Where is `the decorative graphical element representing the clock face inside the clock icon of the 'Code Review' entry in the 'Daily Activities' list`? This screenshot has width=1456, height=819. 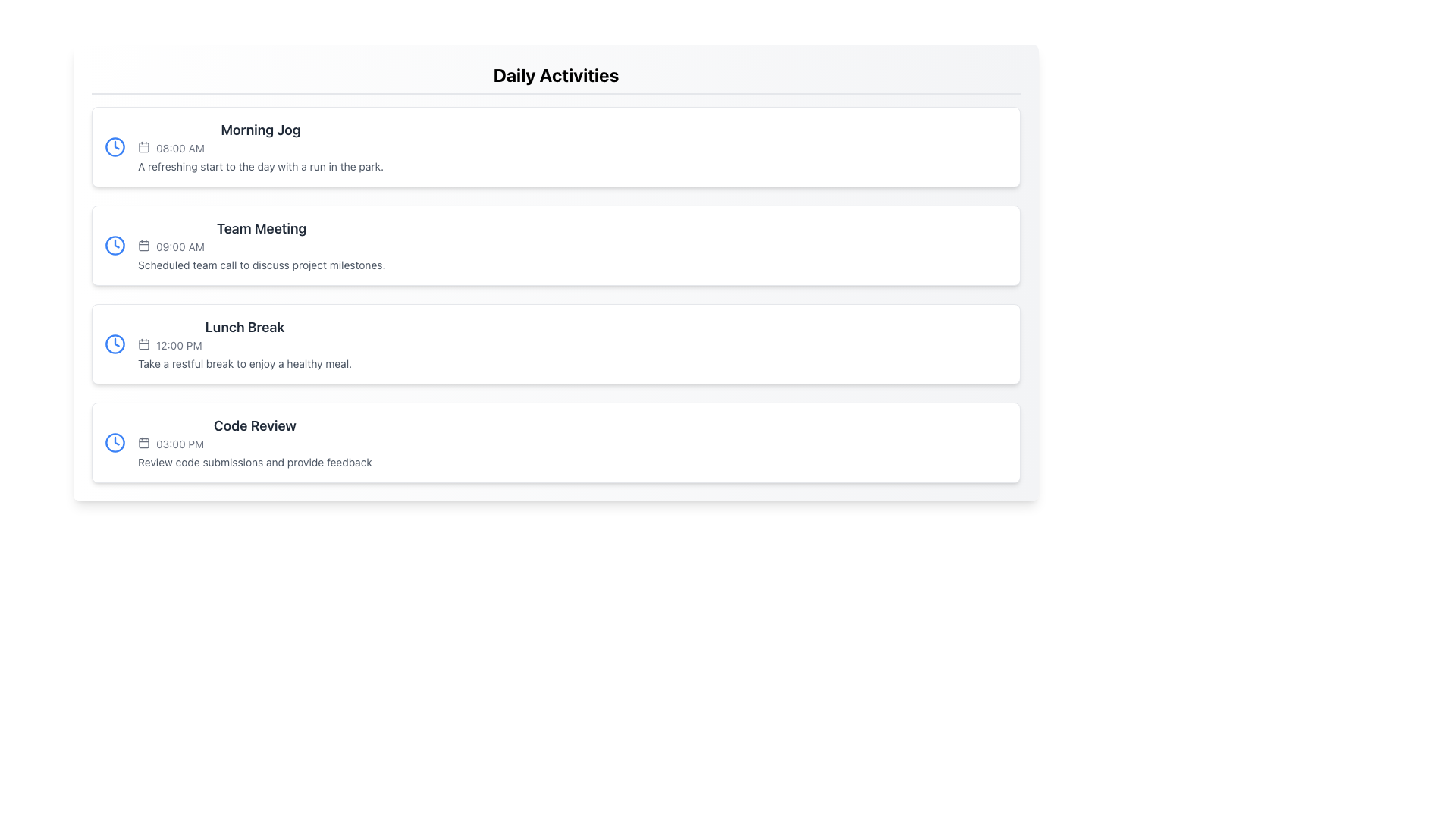
the decorative graphical element representing the clock face inside the clock icon of the 'Code Review' entry in the 'Daily Activities' list is located at coordinates (115, 442).